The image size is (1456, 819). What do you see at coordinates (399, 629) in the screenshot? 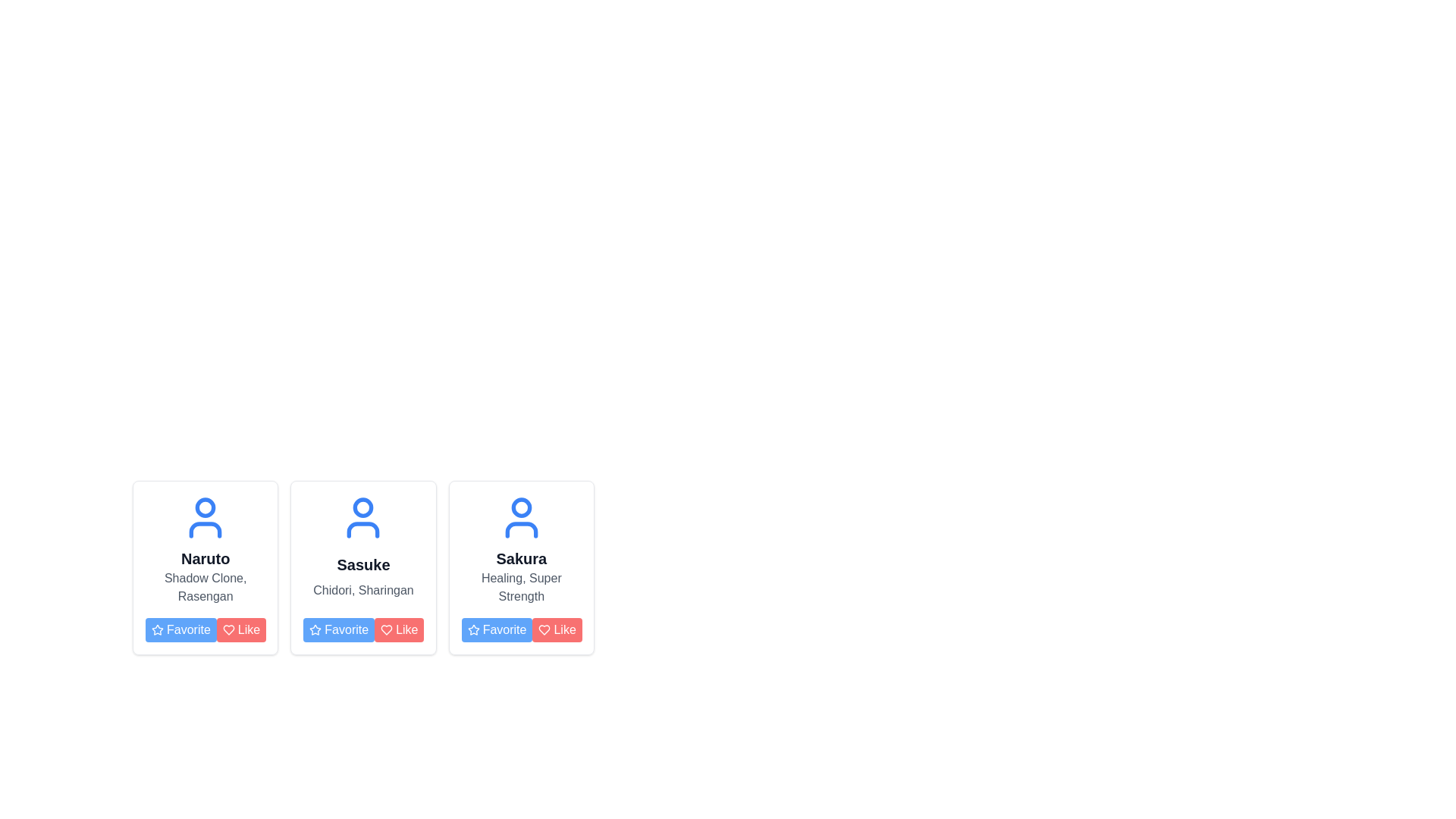
I see `the 'Like' button with a bright red background, which is located in the second card of a horizontal row` at bounding box center [399, 629].